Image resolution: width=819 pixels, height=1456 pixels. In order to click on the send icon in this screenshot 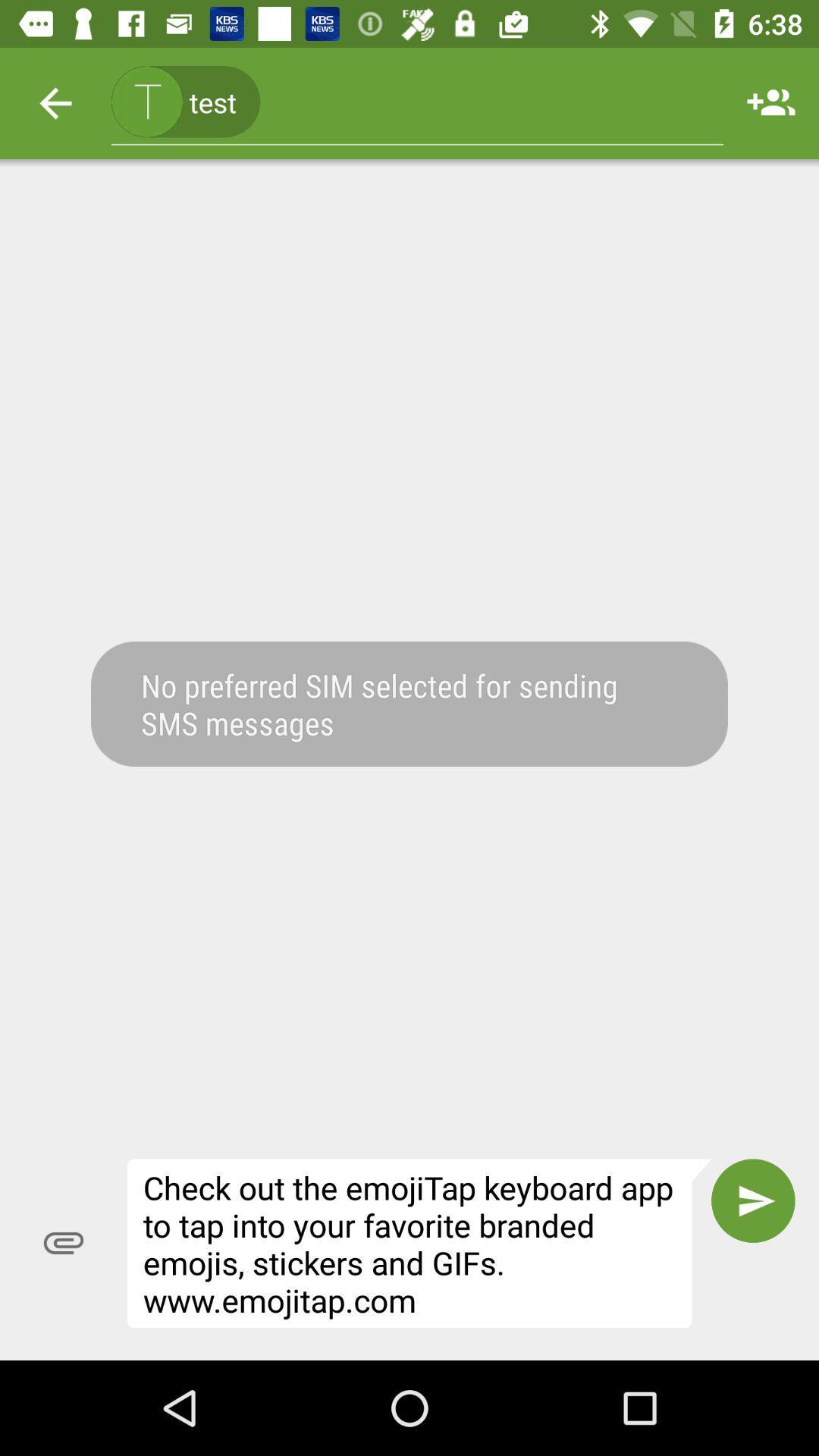, I will do `click(753, 1200)`.